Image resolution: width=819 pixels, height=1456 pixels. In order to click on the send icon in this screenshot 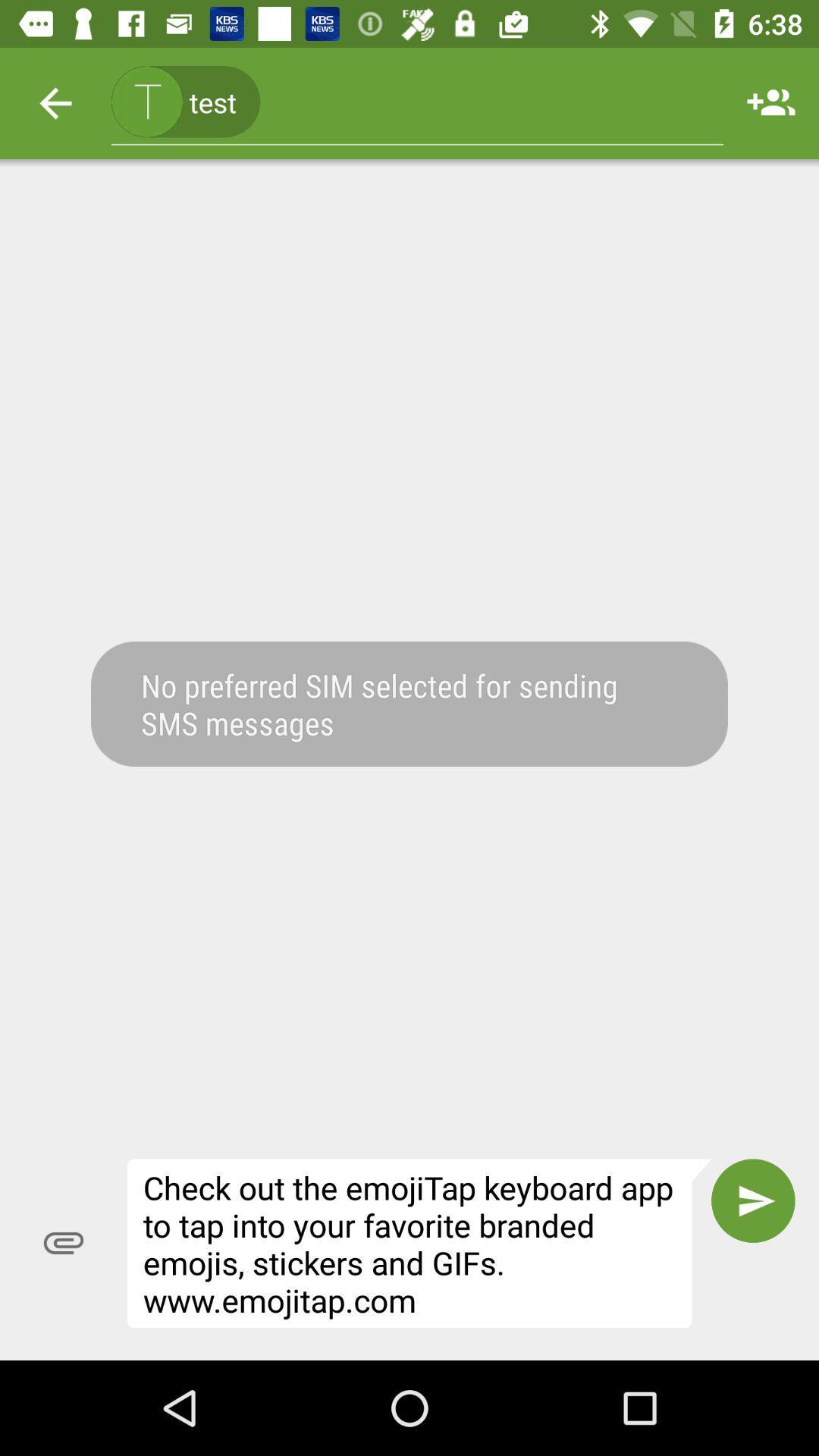, I will do `click(753, 1200)`.